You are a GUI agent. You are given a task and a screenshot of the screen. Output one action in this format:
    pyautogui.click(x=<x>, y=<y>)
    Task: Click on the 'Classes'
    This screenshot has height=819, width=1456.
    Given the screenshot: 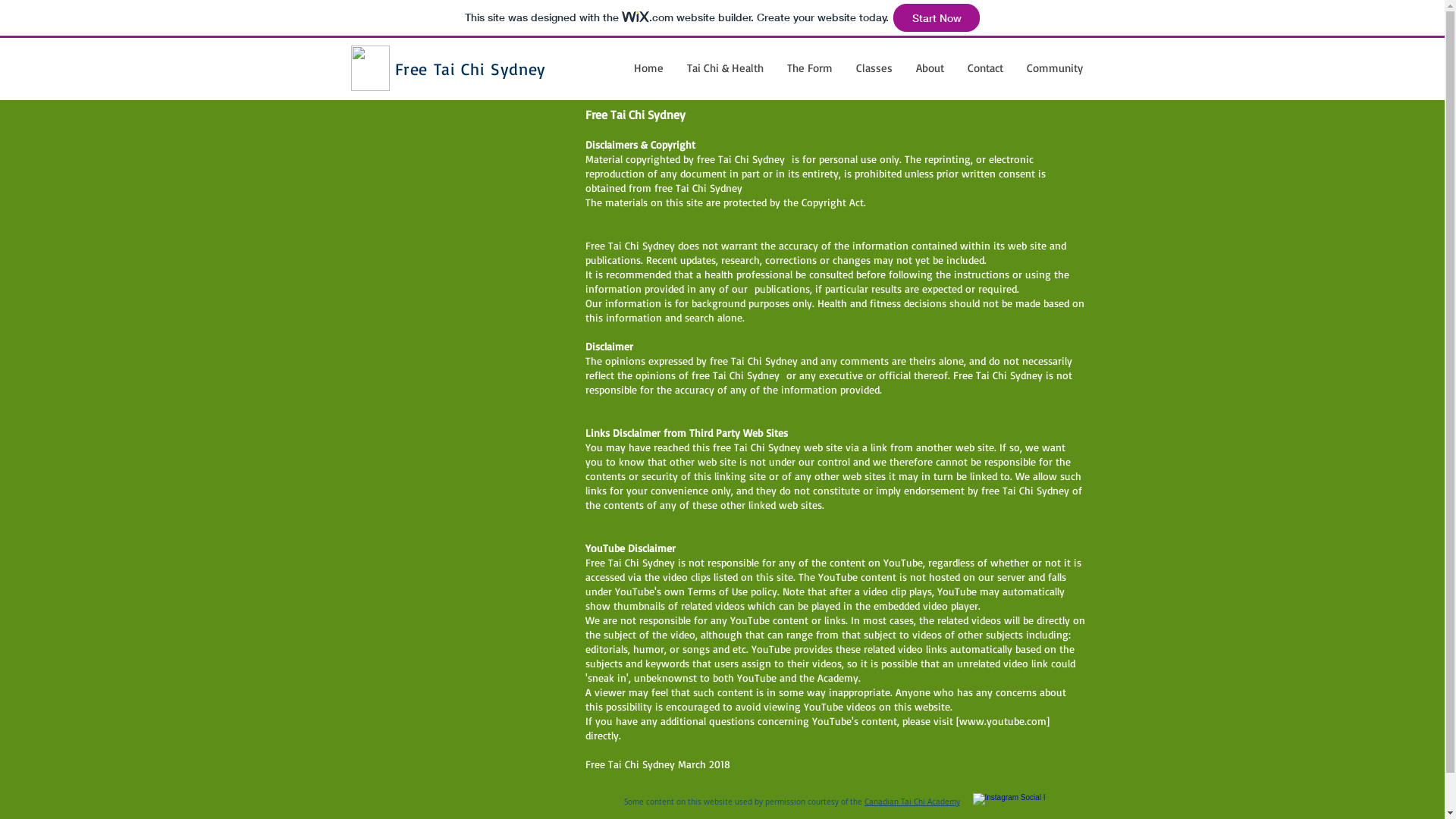 What is the action you would take?
    pyautogui.click(x=873, y=67)
    